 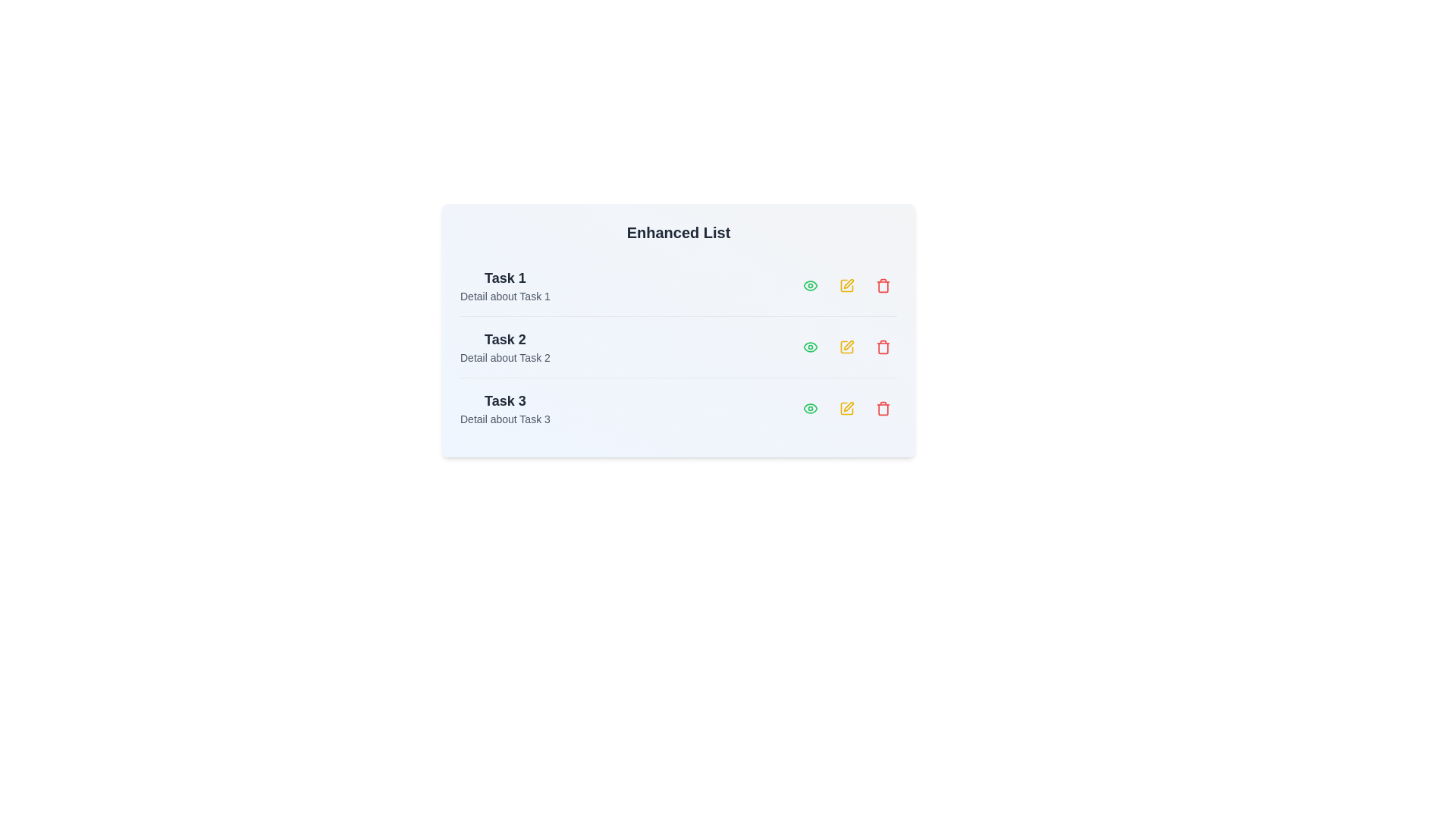 What do you see at coordinates (883, 347) in the screenshot?
I see `the 'Trash' icon corresponding to the task labeled 'Task 2'` at bounding box center [883, 347].